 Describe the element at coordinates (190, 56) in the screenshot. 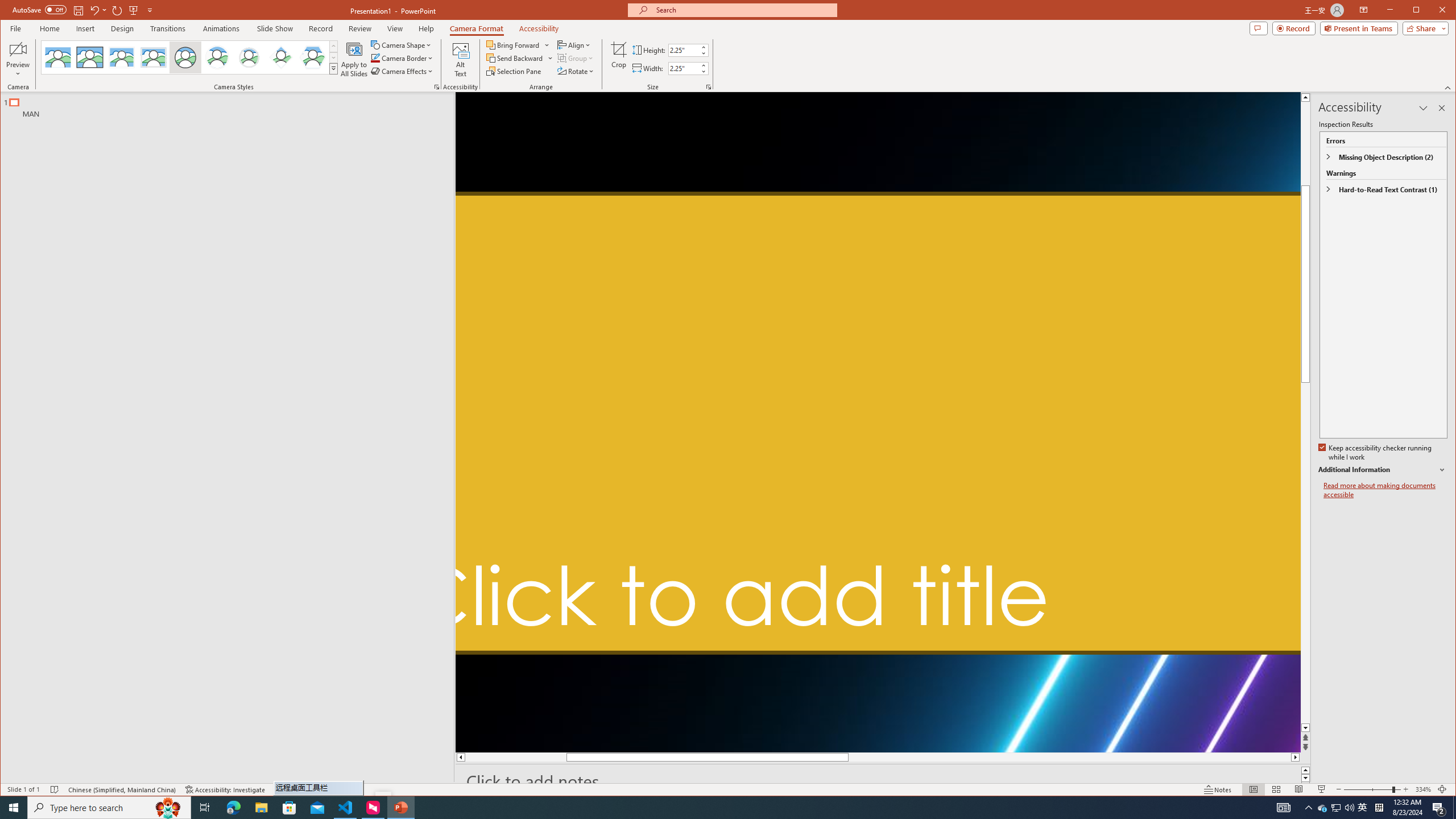

I see `'AutomationID: CameoStylesGallery'` at that location.